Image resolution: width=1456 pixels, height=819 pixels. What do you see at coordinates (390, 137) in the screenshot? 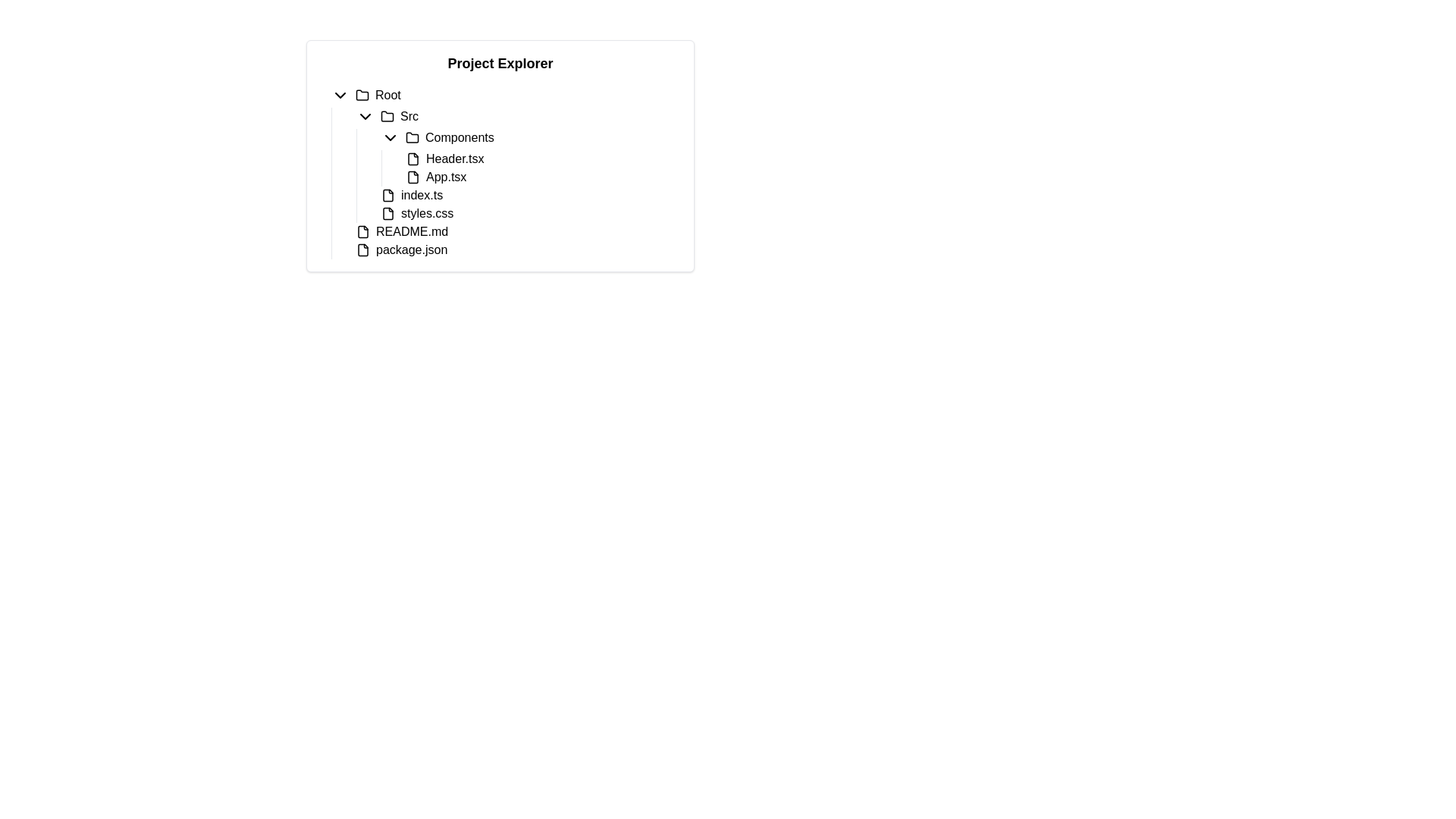
I see `the toggle icon` at bounding box center [390, 137].